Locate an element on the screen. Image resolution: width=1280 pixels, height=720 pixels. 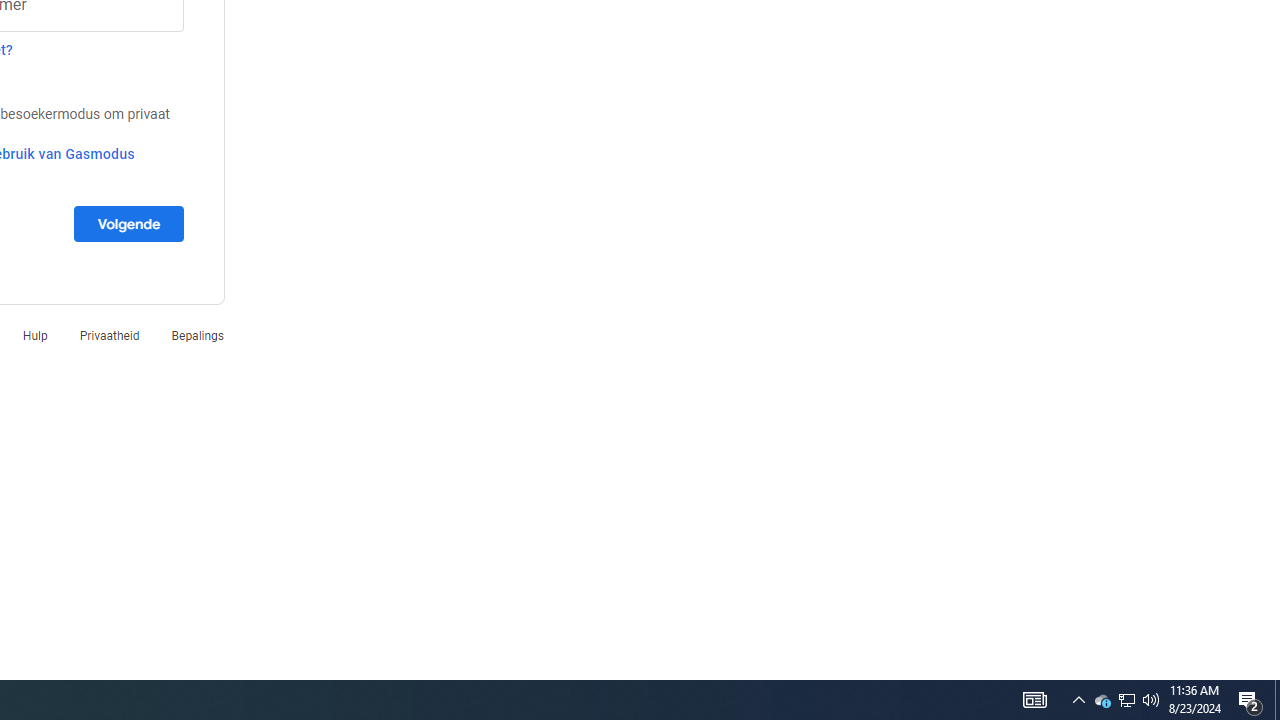
'Privaatheid' is located at coordinates (108, 334).